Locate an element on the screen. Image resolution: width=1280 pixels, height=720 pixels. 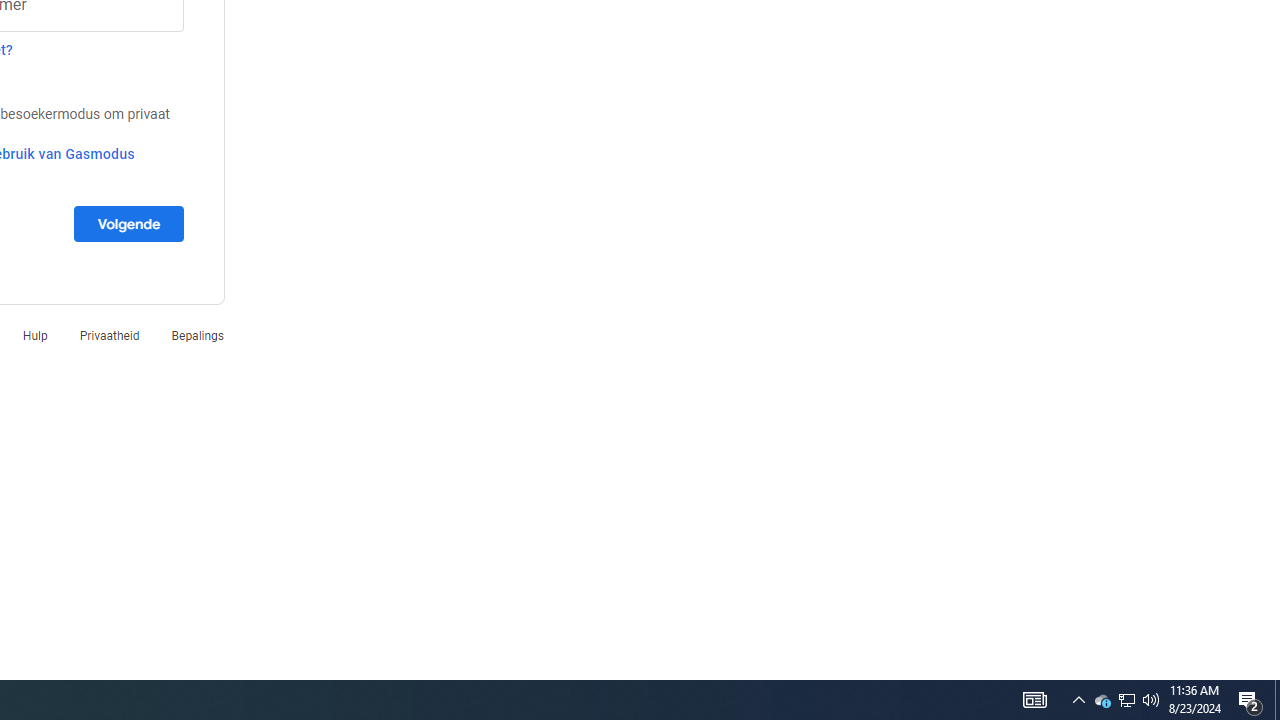
'Privaatheid' is located at coordinates (108, 334).